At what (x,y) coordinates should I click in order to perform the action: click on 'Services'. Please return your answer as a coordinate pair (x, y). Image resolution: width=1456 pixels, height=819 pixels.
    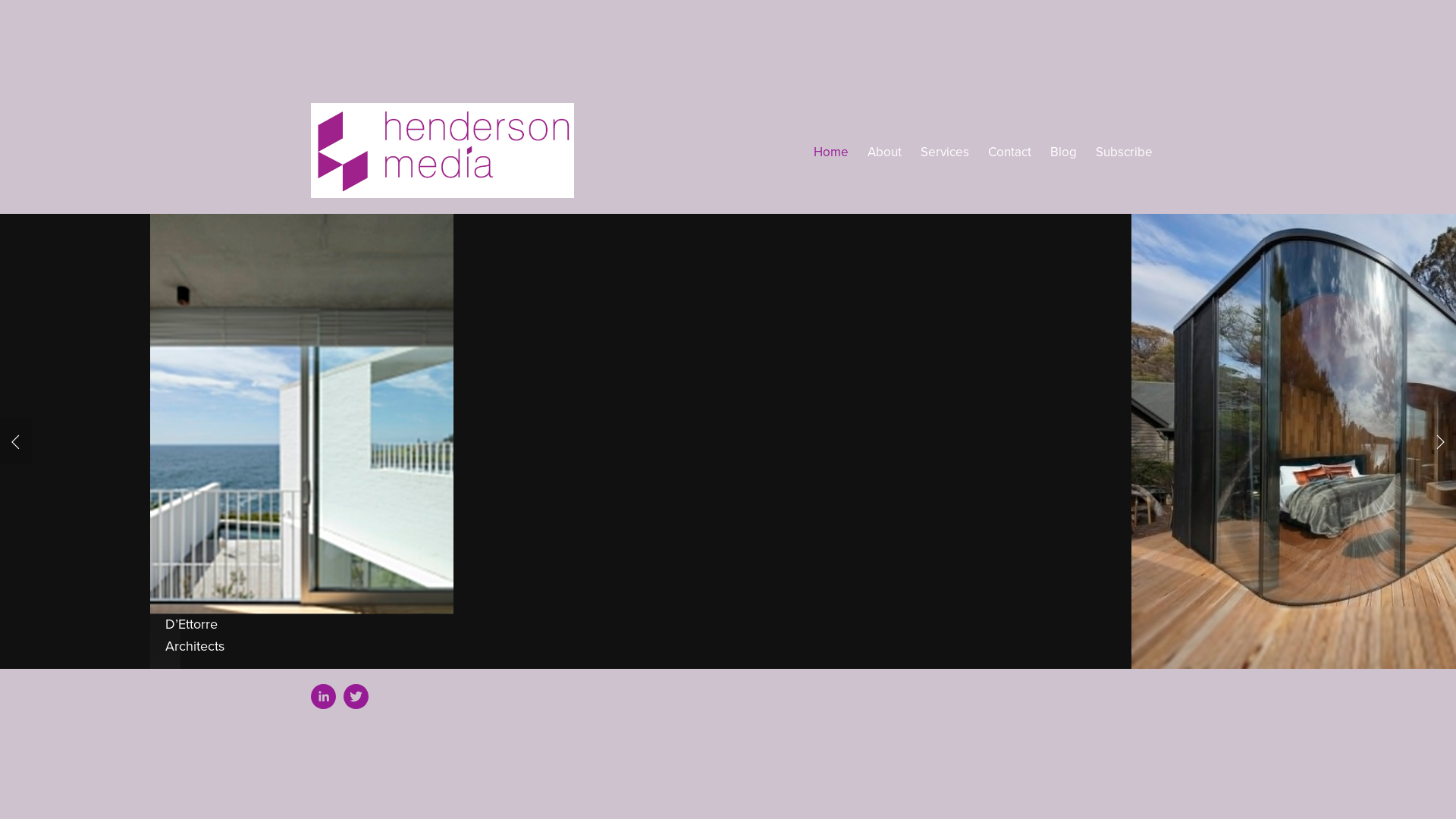
    Looking at the image, I should click on (944, 152).